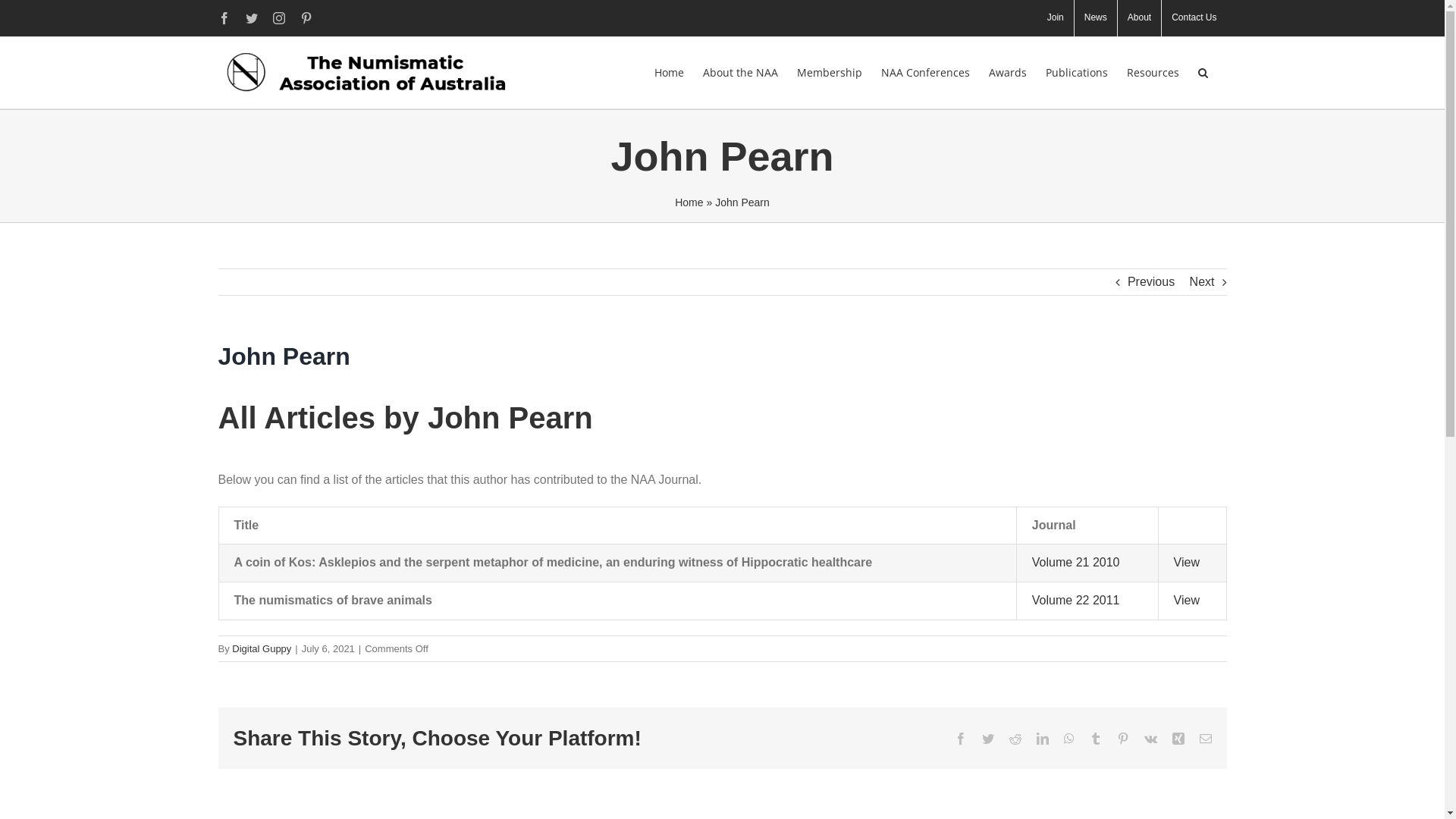 The height and width of the screenshot is (819, 1456). What do you see at coordinates (1073, 17) in the screenshot?
I see `'News'` at bounding box center [1073, 17].